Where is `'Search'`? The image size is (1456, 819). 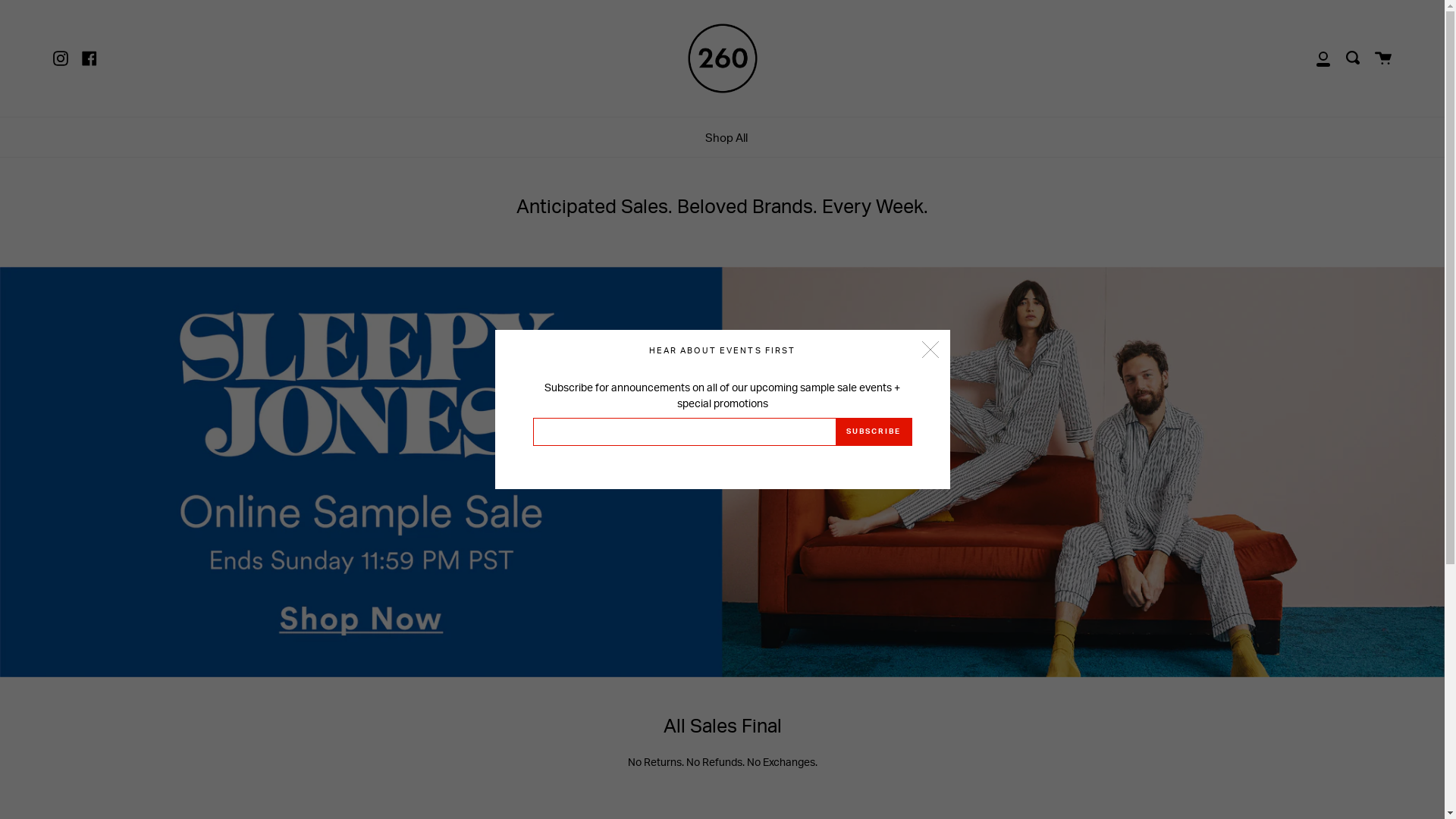
'Search' is located at coordinates (1353, 58).